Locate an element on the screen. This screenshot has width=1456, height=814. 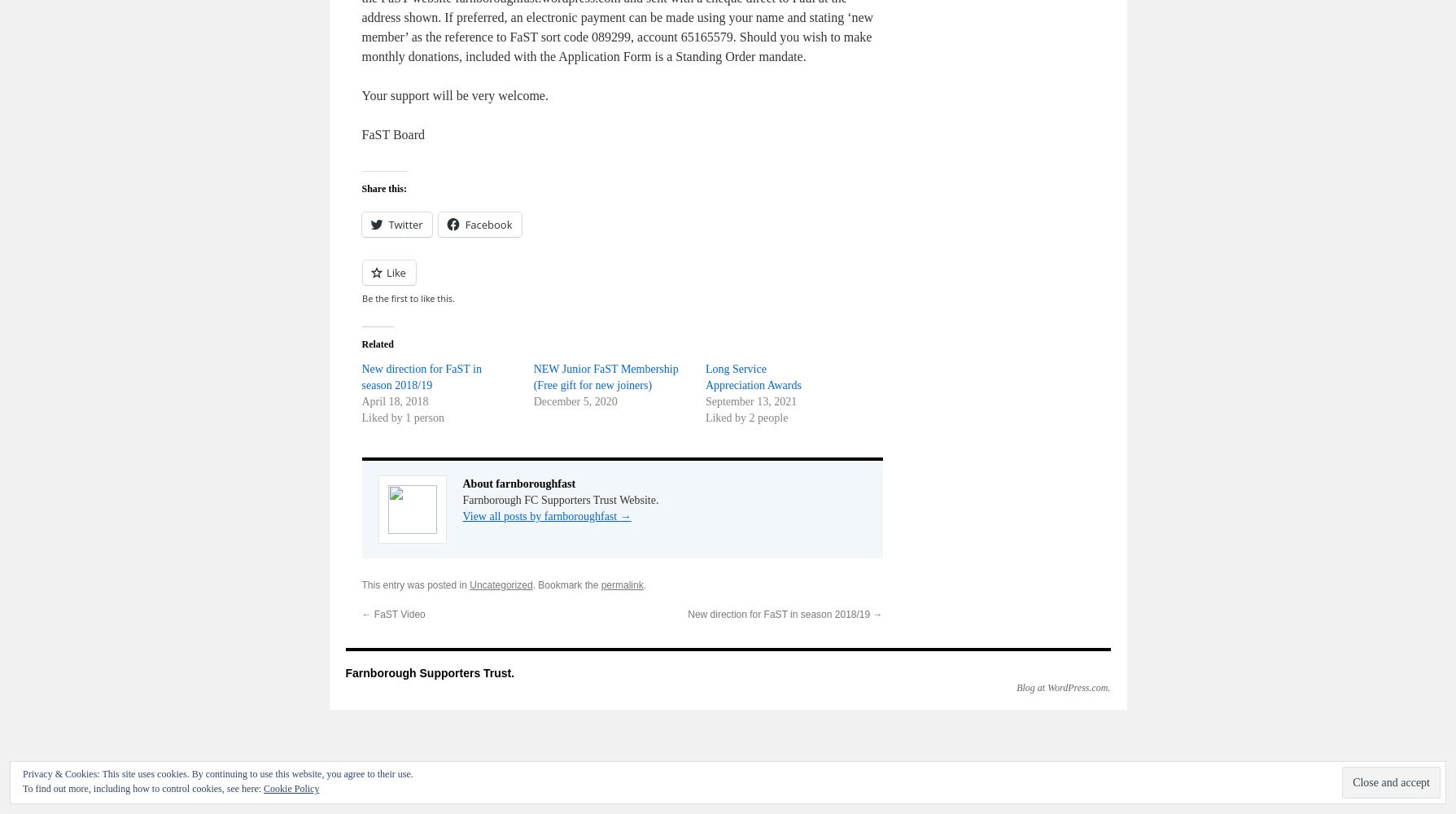
'Facebook' is located at coordinates (488, 225).